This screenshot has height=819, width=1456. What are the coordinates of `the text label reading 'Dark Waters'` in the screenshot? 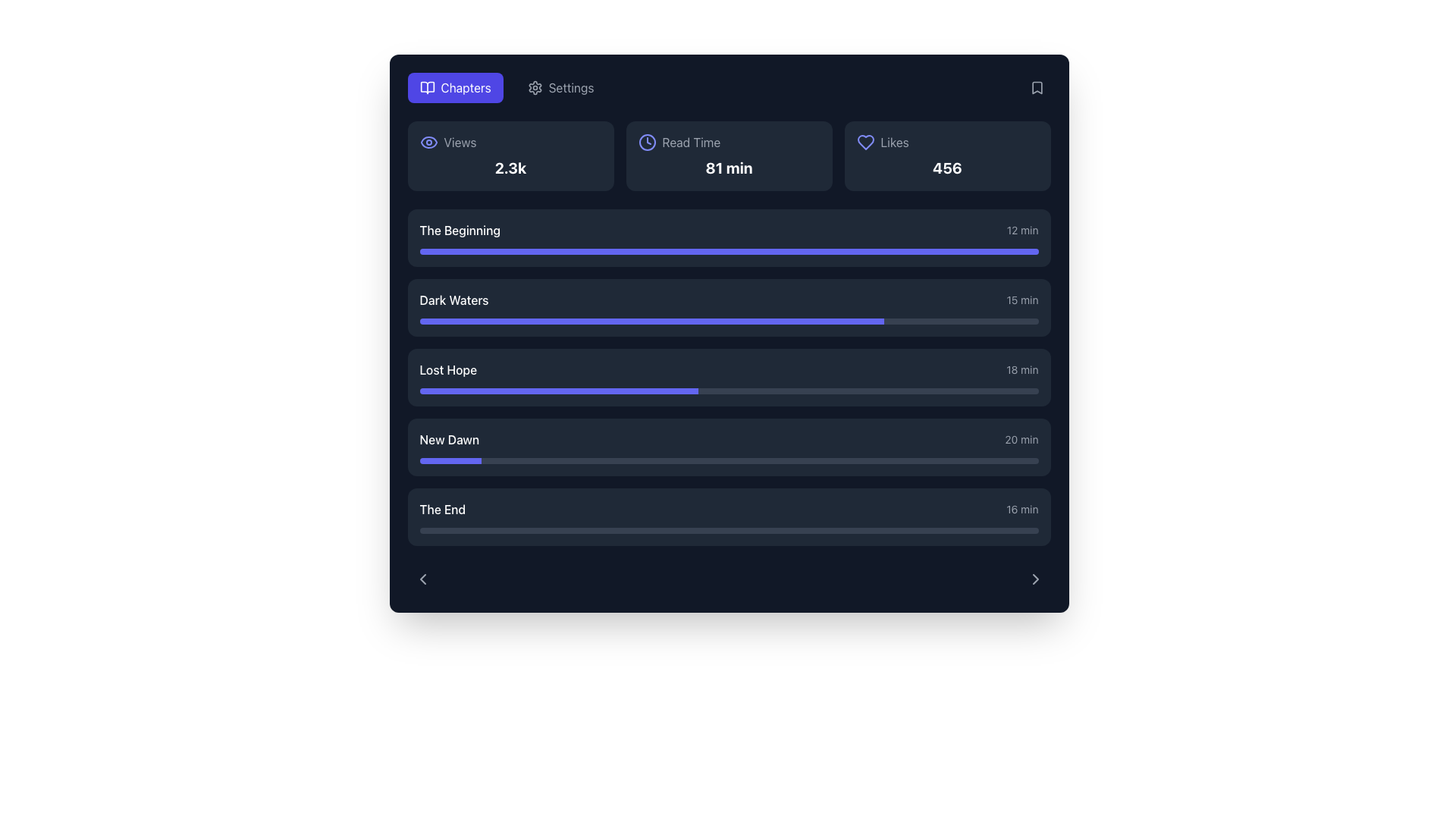 It's located at (453, 300).